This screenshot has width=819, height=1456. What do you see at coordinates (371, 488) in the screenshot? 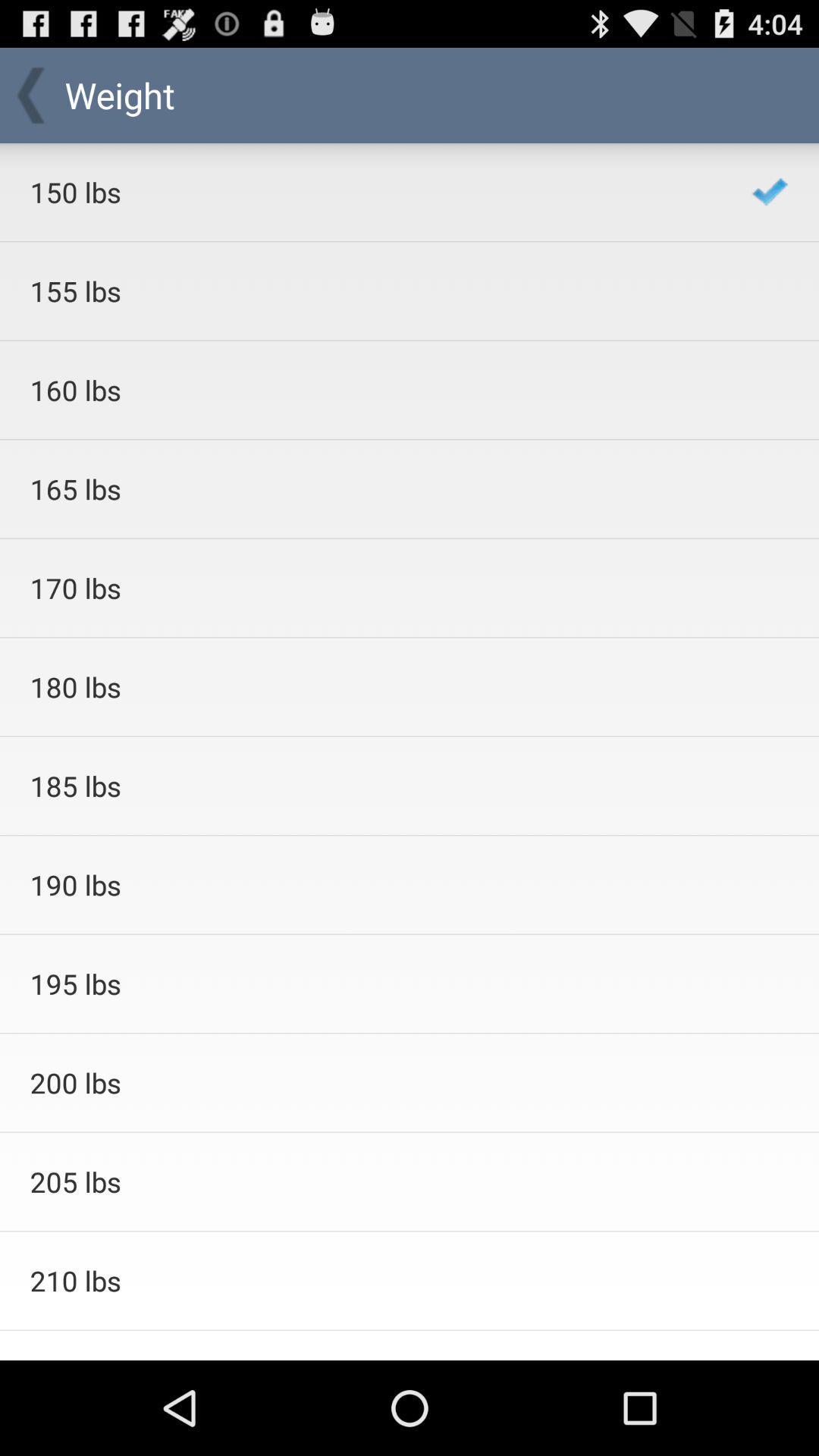
I see `the item below the 160 lbs app` at bounding box center [371, 488].